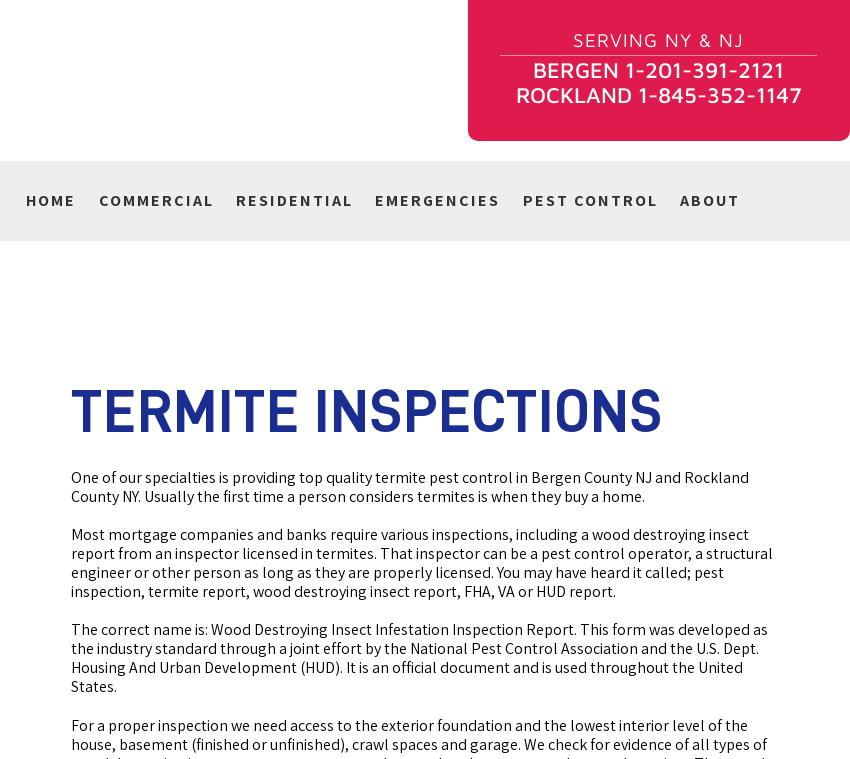 The width and height of the screenshot is (850, 759). Describe the element at coordinates (366, 411) in the screenshot. I see `'Termite Inspections'` at that location.